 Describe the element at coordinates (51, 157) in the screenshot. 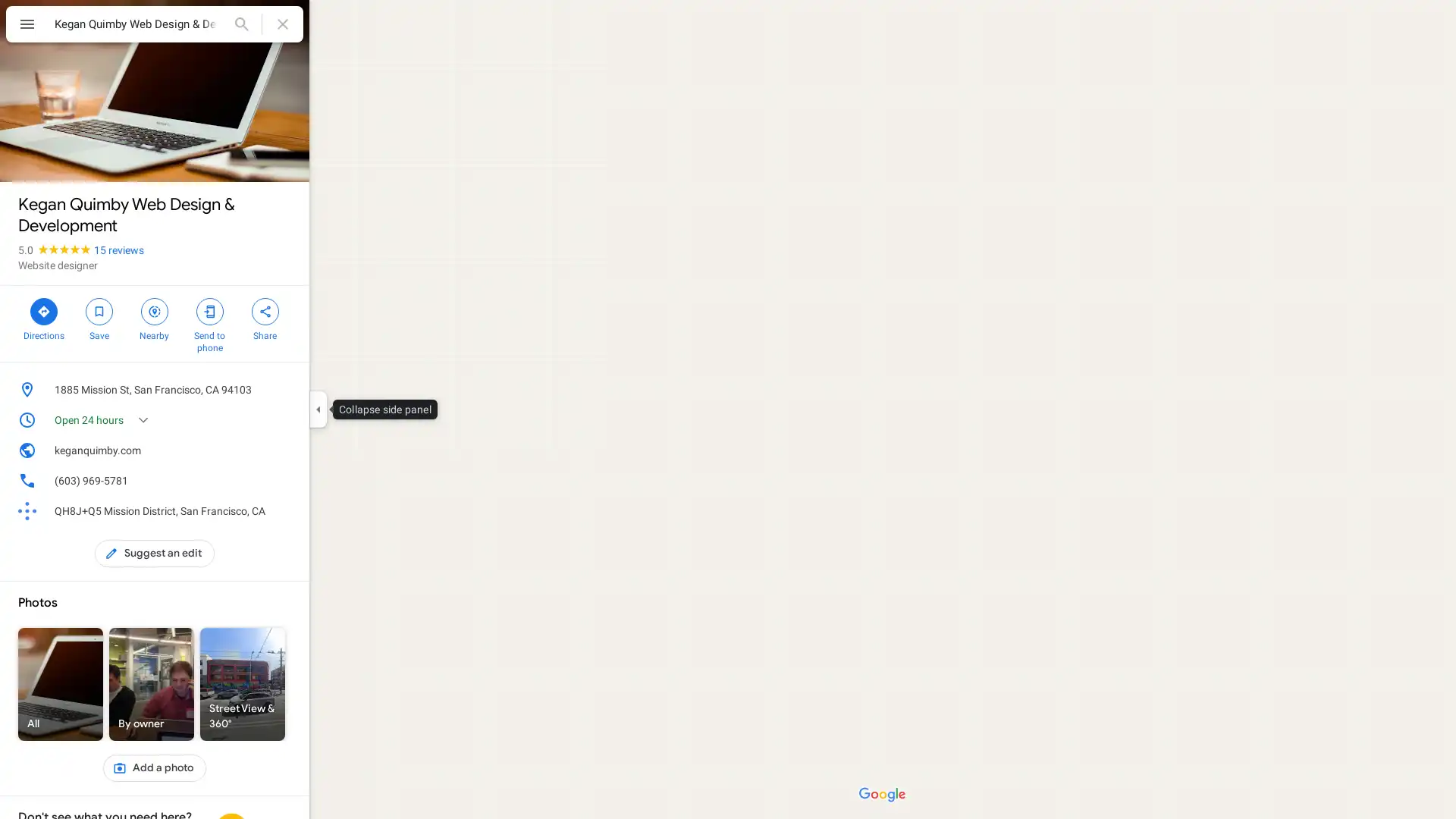

I see `5 photos` at that location.